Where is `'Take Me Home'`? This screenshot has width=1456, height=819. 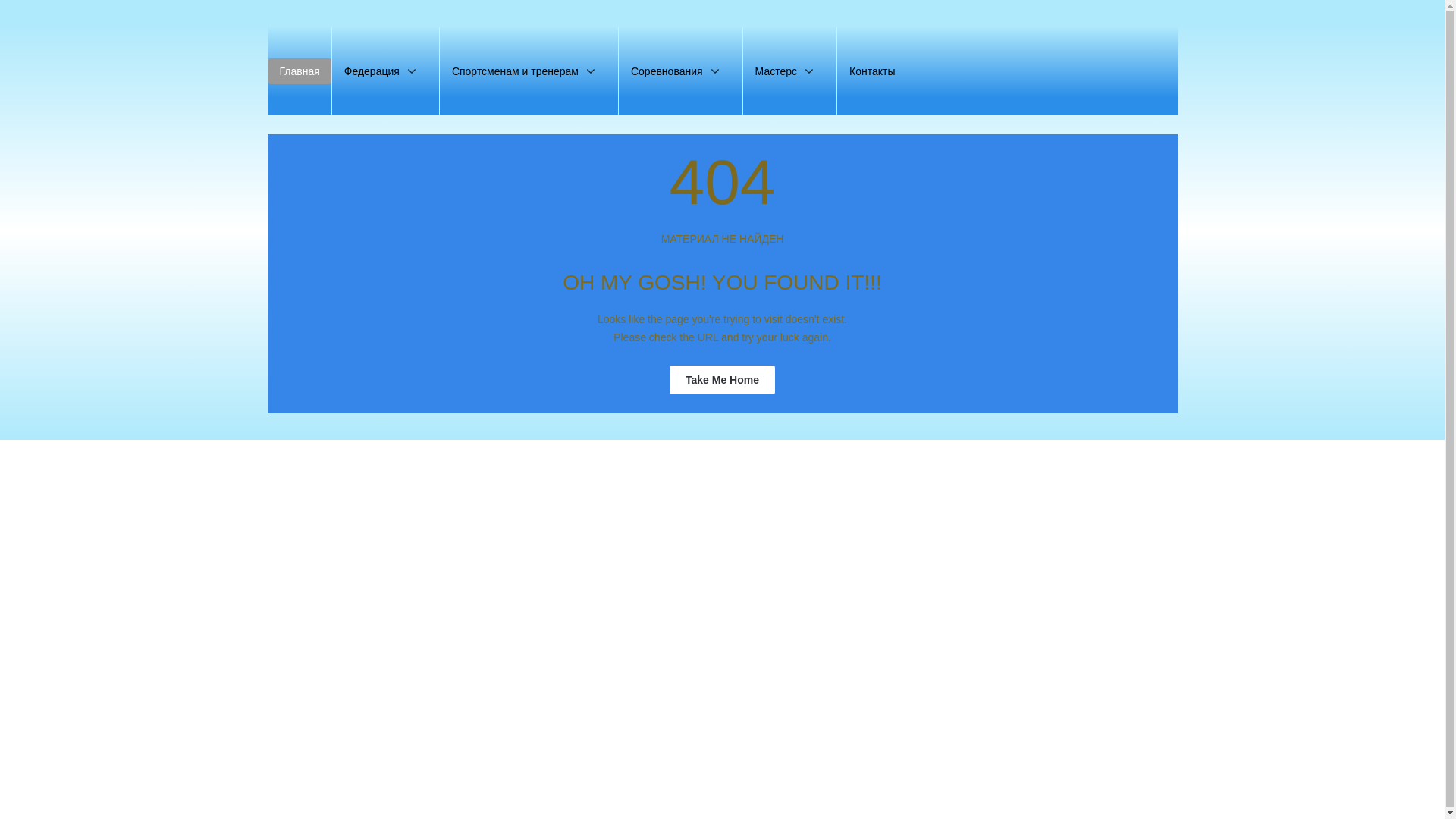 'Take Me Home' is located at coordinates (721, 379).